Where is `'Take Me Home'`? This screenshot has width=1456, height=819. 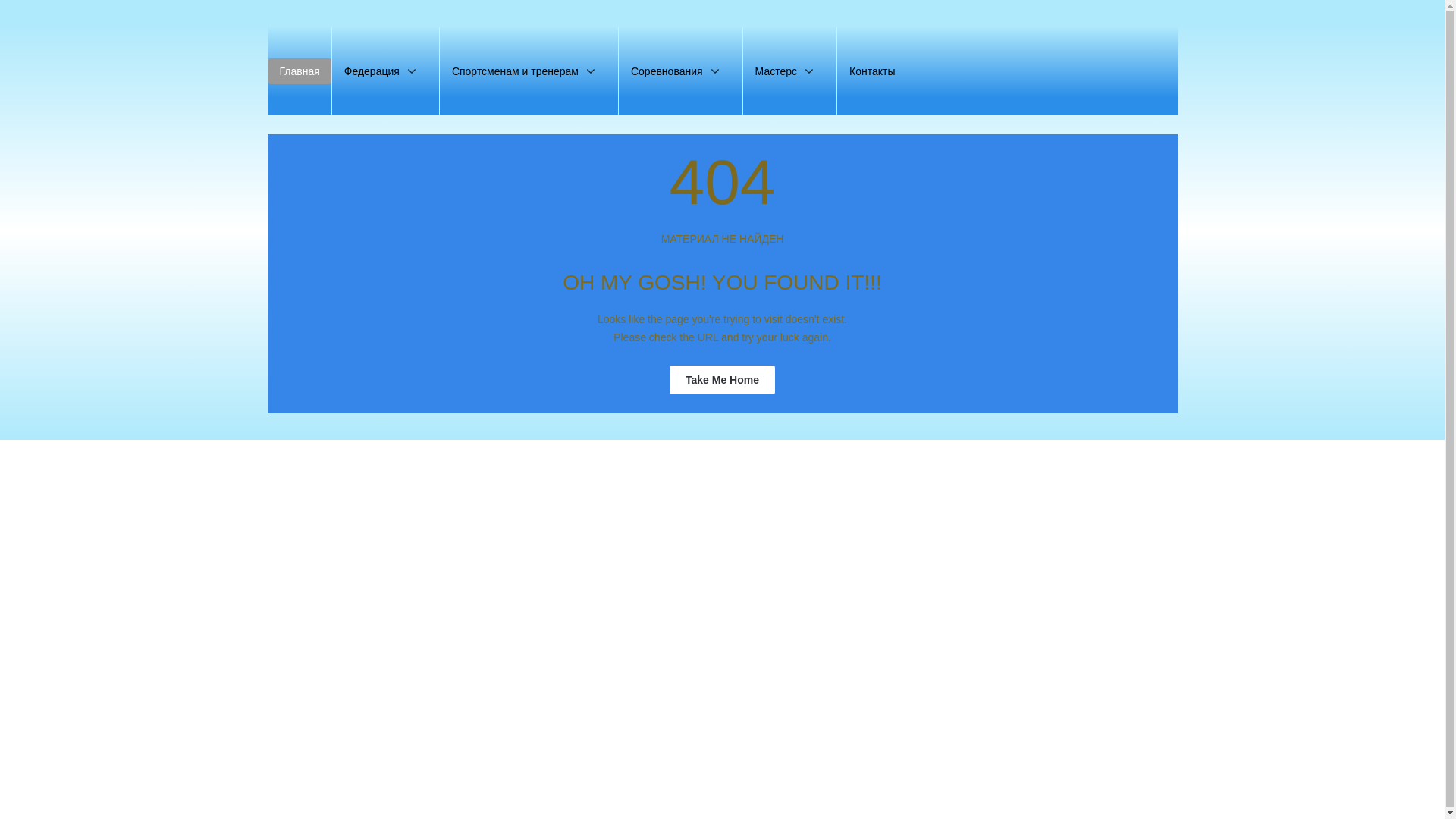 'Take Me Home' is located at coordinates (721, 379).